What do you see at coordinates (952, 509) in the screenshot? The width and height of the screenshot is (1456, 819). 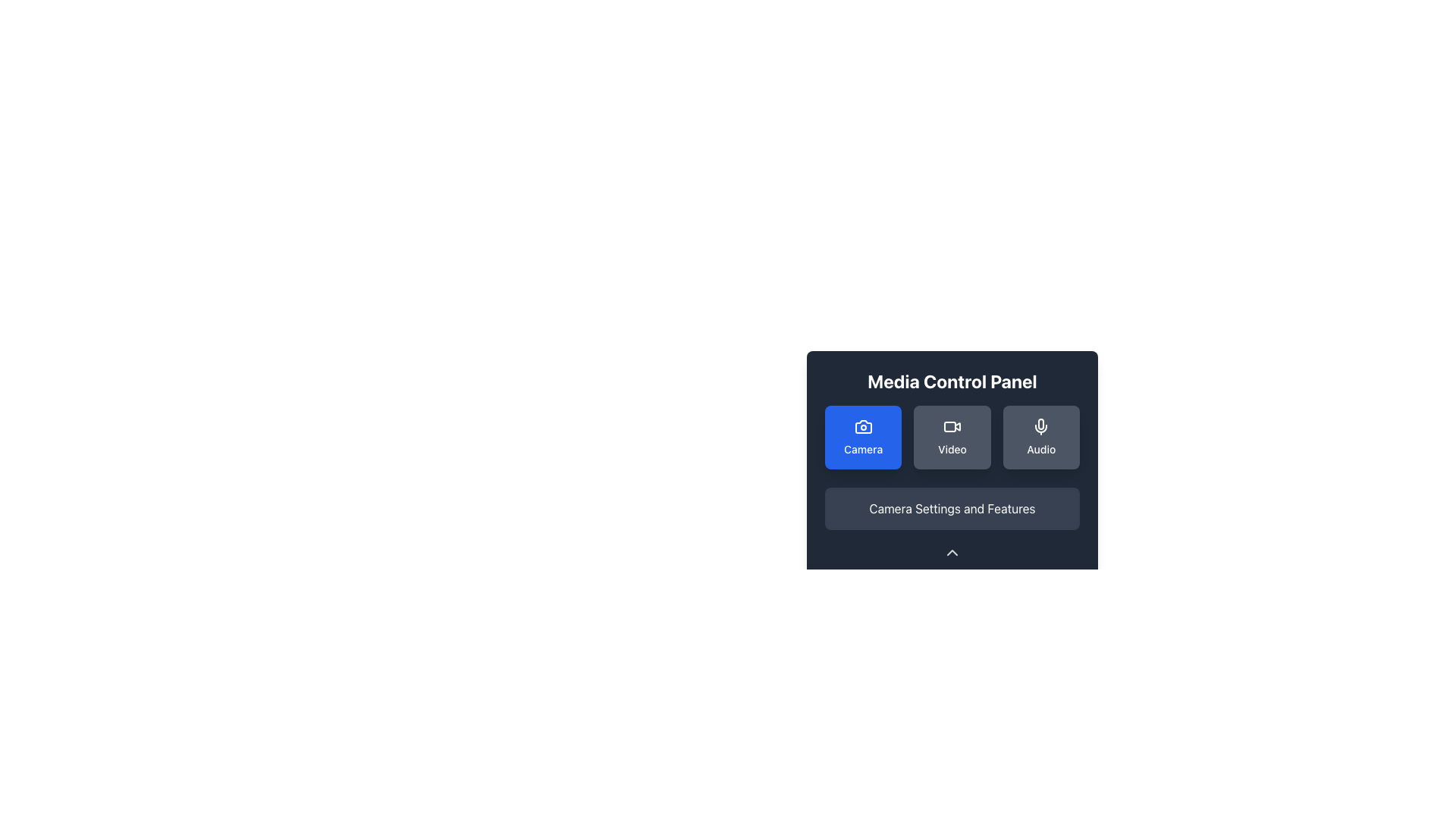 I see `the text label displaying 'Camera Settings and Features' located at the bottom of the Media Control Panel` at bounding box center [952, 509].